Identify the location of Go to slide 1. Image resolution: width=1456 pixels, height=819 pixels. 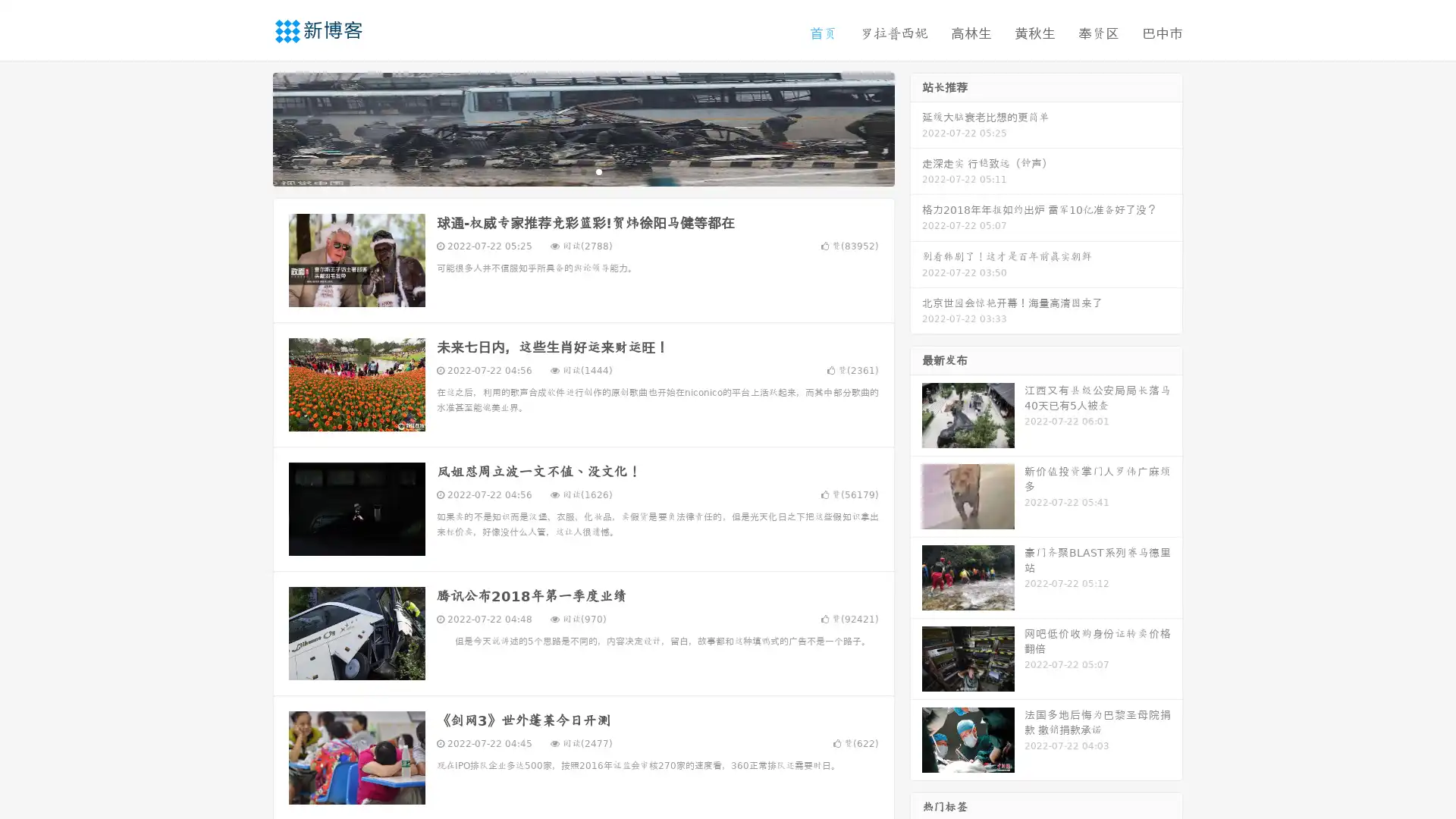
(567, 171).